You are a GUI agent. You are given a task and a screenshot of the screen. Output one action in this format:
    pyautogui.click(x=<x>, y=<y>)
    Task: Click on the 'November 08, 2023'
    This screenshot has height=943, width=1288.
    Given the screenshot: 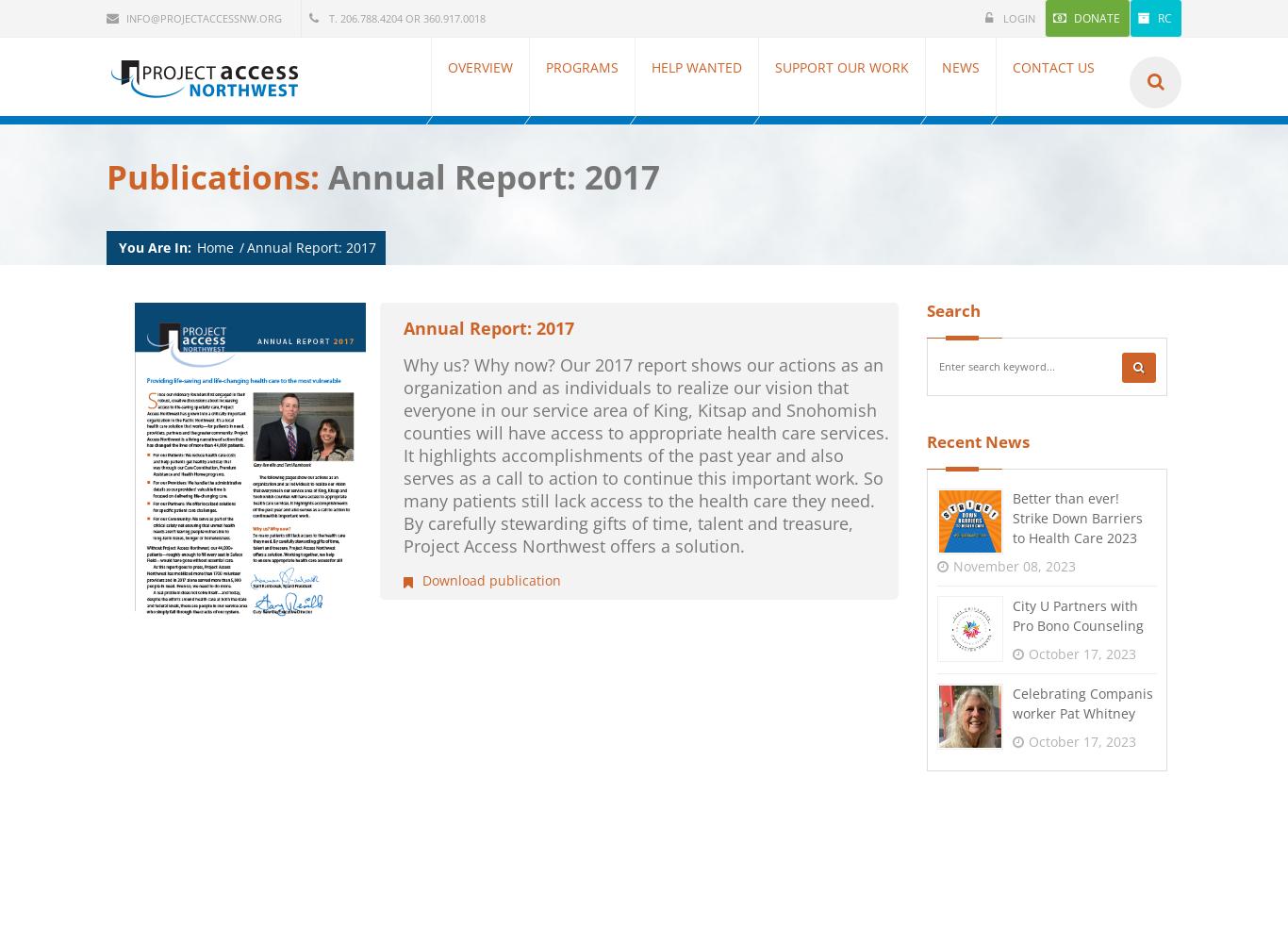 What is the action you would take?
    pyautogui.click(x=1013, y=564)
    